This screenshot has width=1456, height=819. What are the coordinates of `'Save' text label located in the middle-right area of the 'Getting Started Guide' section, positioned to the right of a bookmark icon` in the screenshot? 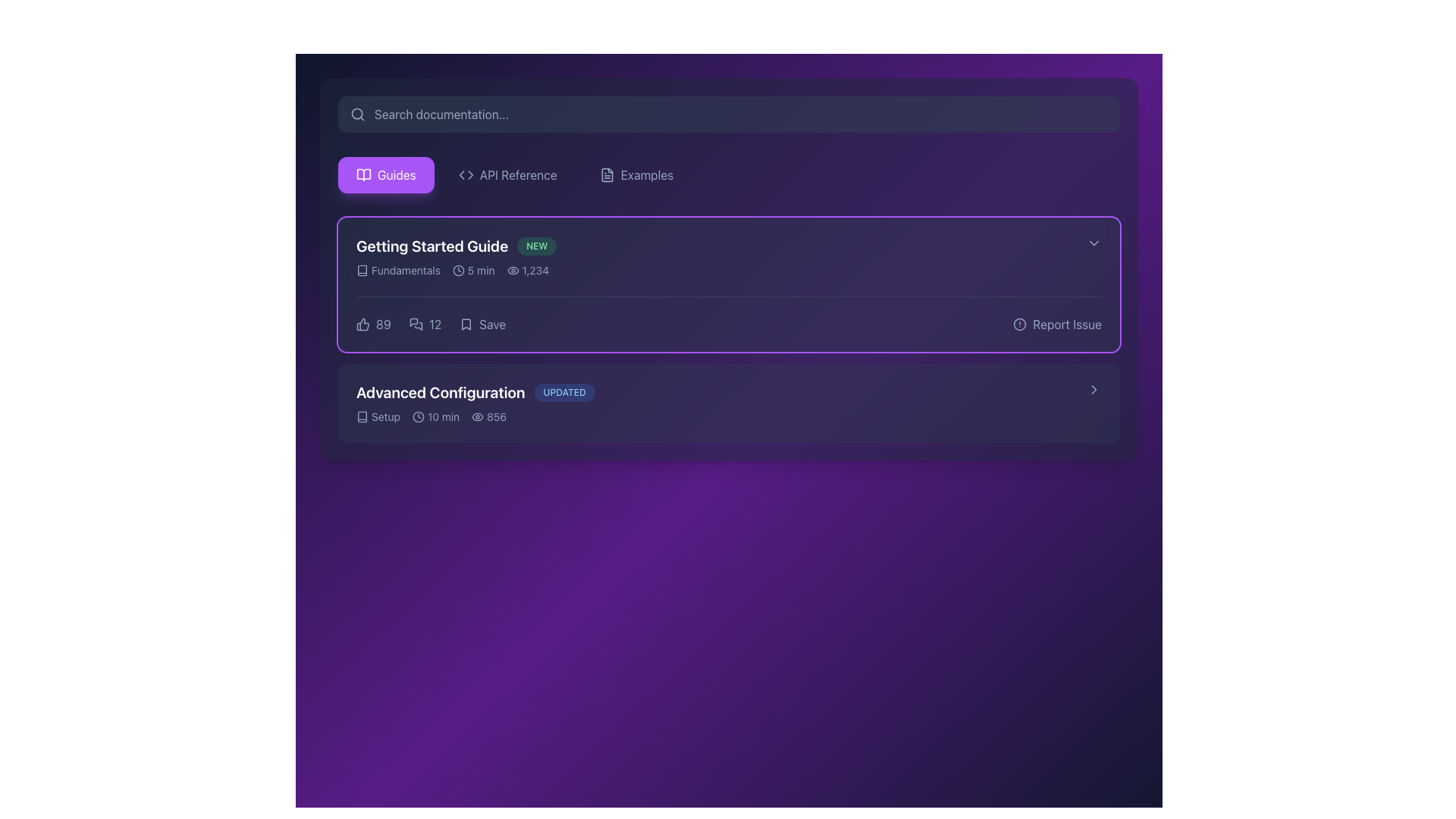 It's located at (492, 324).